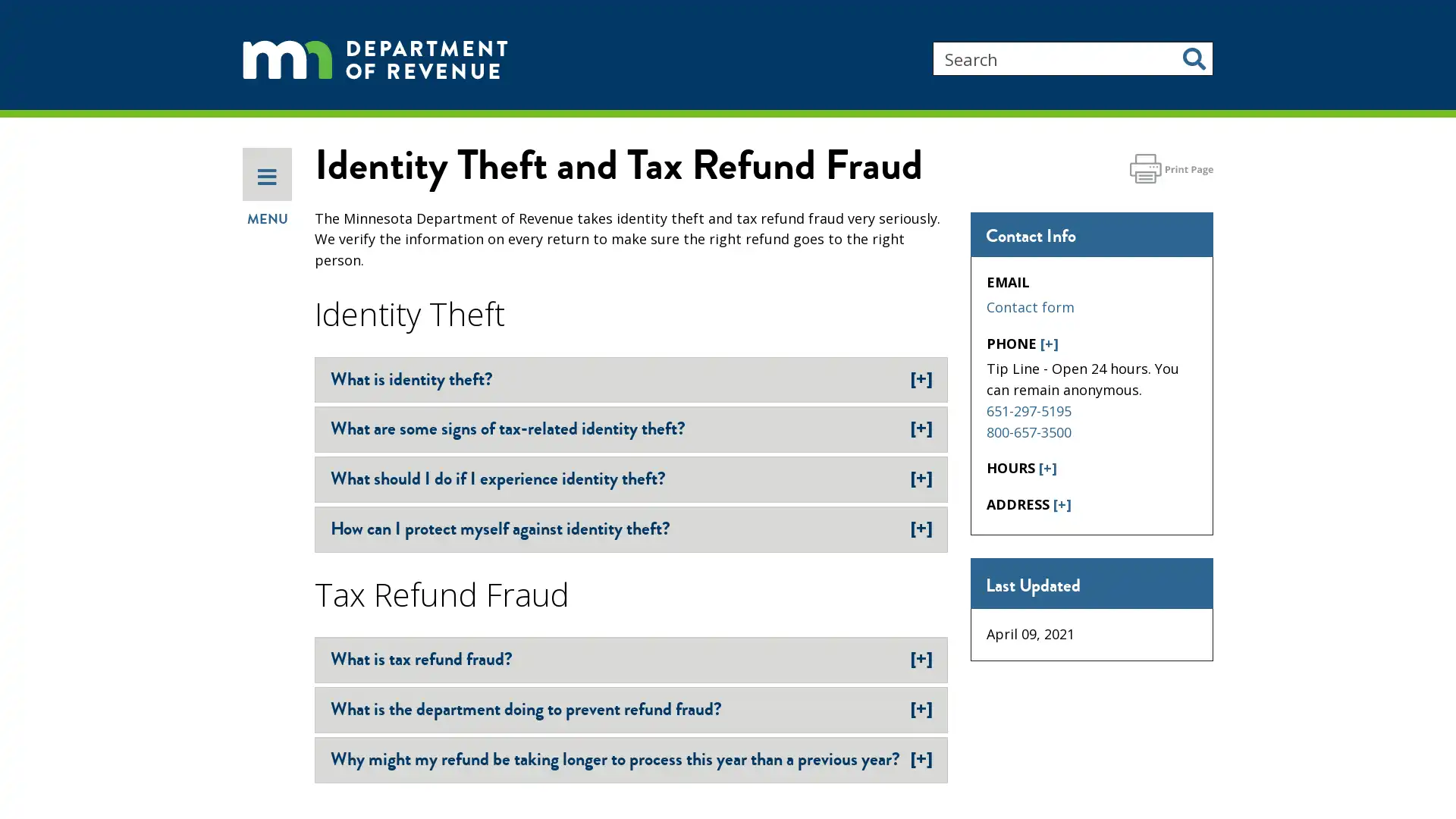  Describe the element at coordinates (1194, 58) in the screenshot. I see `Search` at that location.